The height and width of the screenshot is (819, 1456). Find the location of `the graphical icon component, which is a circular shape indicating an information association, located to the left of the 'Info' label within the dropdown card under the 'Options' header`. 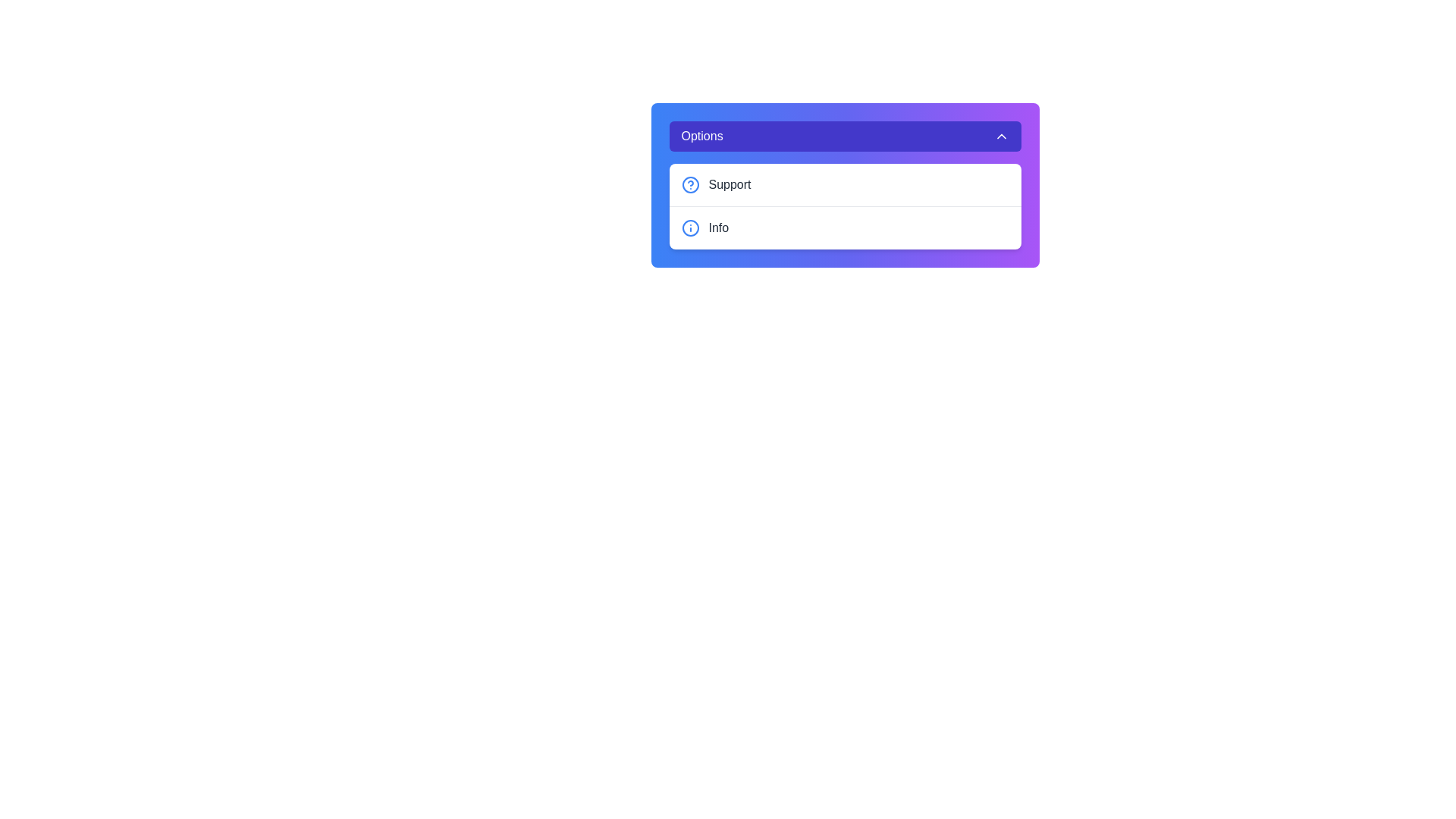

the graphical icon component, which is a circular shape indicating an information association, located to the left of the 'Info' label within the dropdown card under the 'Options' header is located at coordinates (689, 227).